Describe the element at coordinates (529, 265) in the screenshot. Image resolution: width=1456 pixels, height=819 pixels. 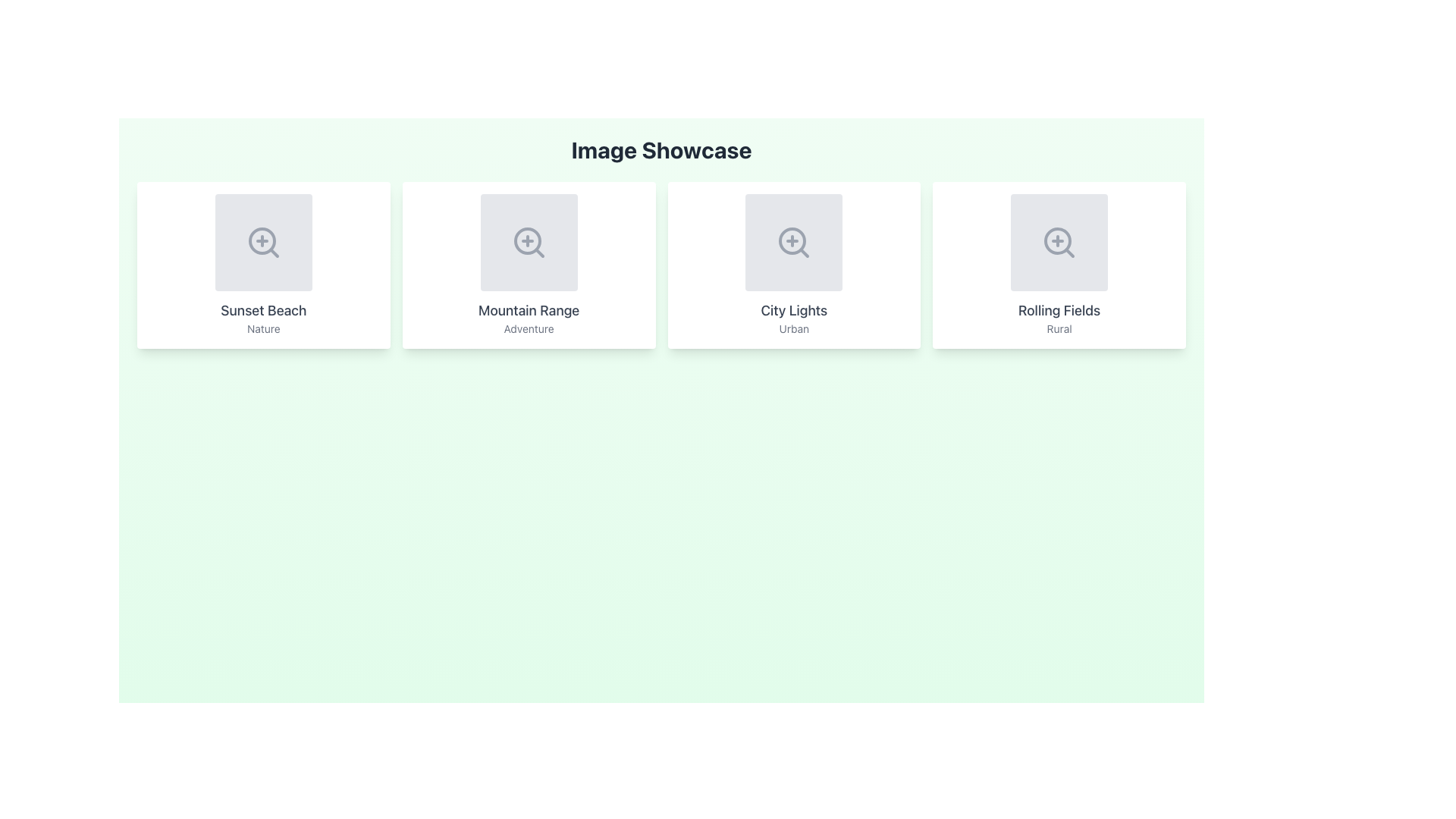
I see `the 'Mountain Range' card located` at that location.